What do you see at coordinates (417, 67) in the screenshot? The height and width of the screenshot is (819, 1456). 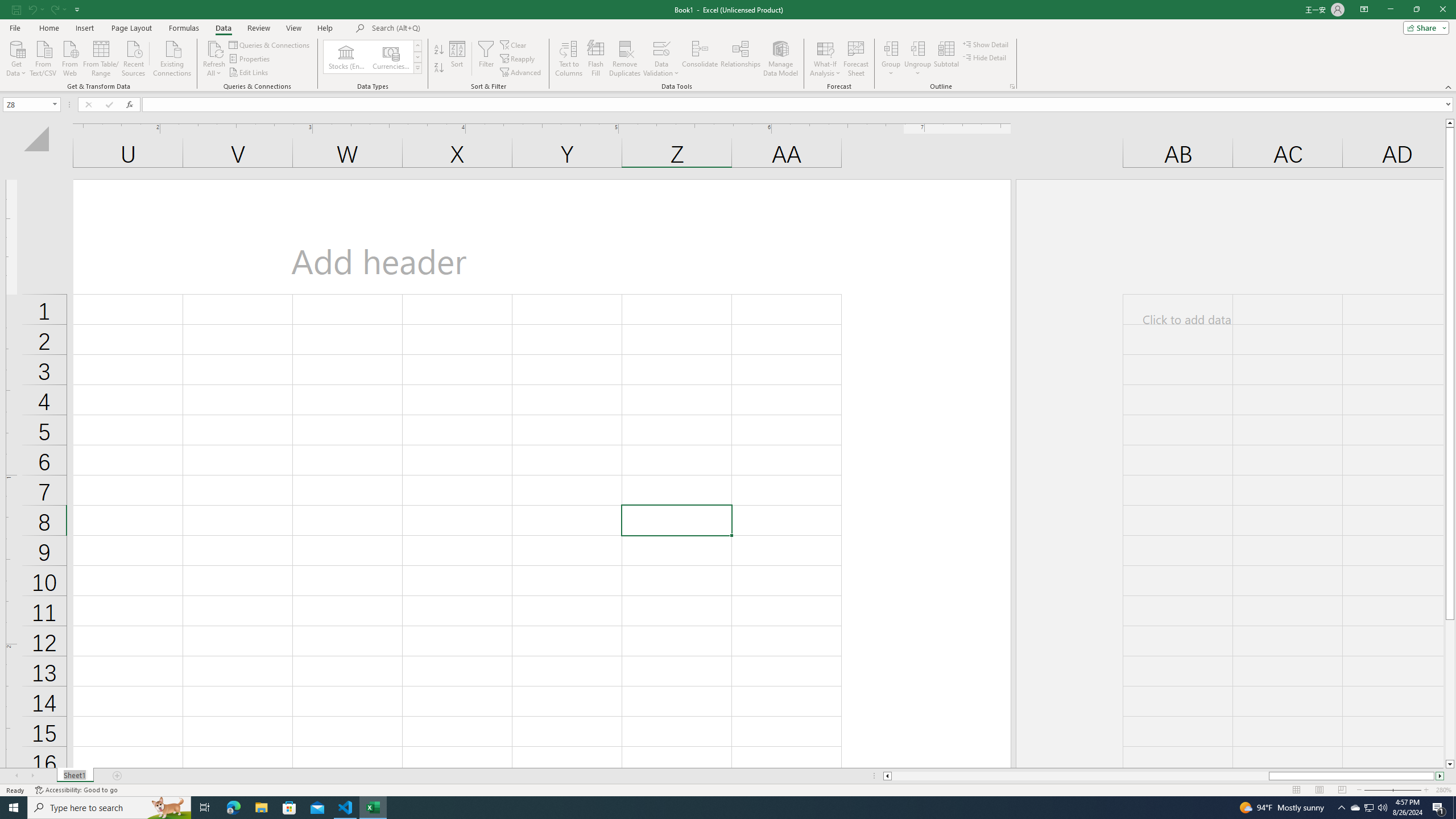 I see `'Data Types'` at bounding box center [417, 67].